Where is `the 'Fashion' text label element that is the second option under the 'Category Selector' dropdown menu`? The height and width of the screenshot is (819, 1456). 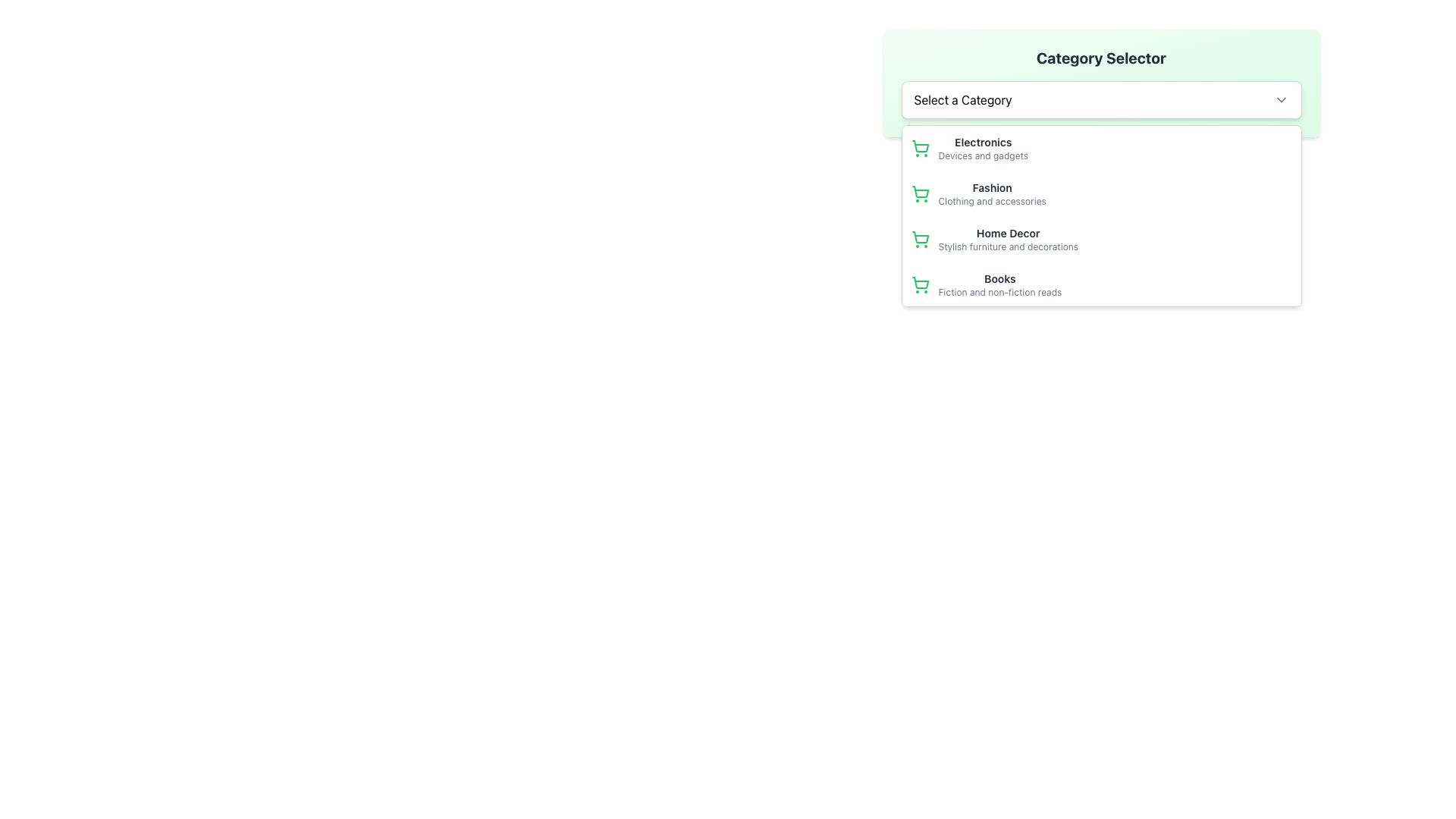
the 'Fashion' text label element that is the second option under the 'Category Selector' dropdown menu is located at coordinates (992, 193).